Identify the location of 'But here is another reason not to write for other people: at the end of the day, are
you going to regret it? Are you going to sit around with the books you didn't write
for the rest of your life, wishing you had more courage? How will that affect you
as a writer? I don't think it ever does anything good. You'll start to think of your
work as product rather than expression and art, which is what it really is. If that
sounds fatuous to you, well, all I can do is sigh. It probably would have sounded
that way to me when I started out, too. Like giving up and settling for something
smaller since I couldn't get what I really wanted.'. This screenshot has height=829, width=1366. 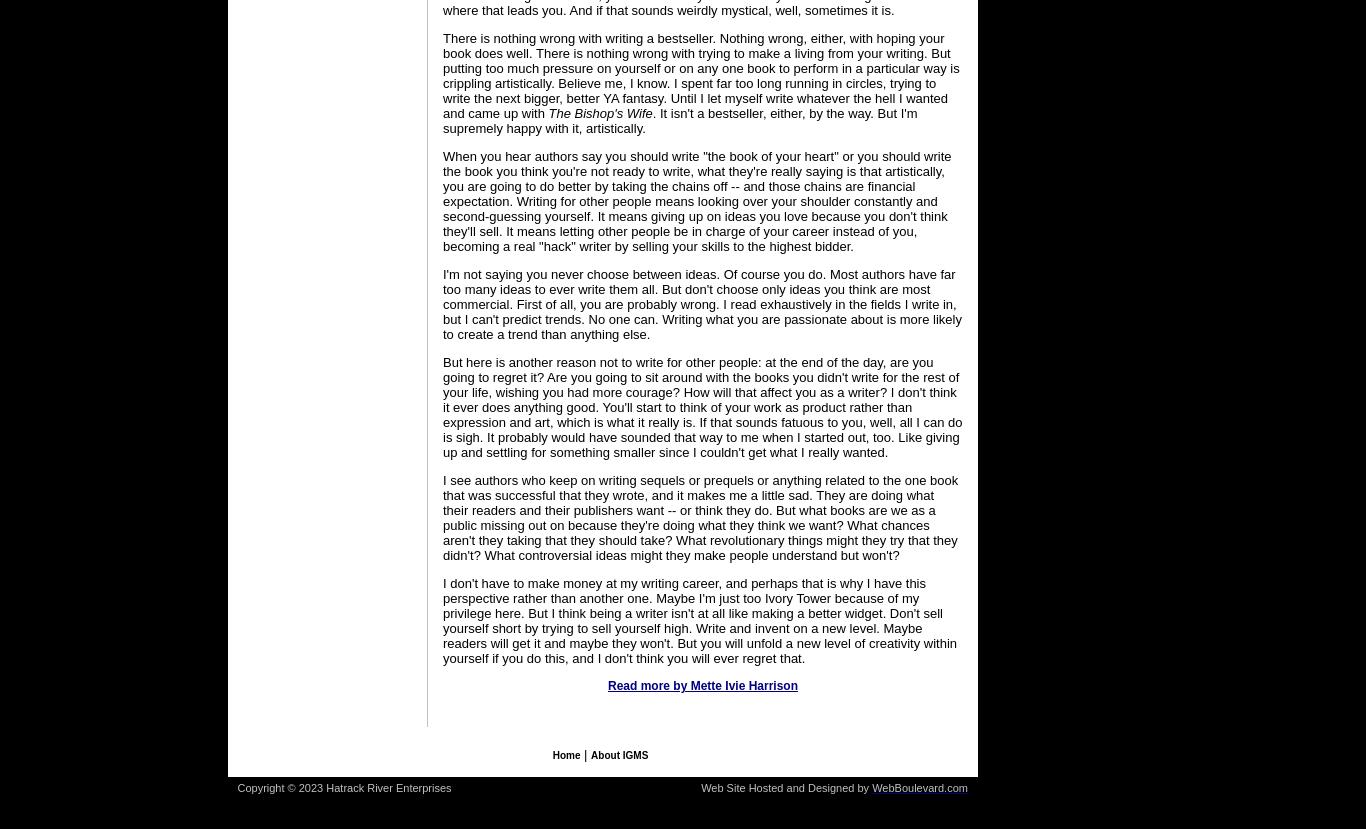
(441, 407).